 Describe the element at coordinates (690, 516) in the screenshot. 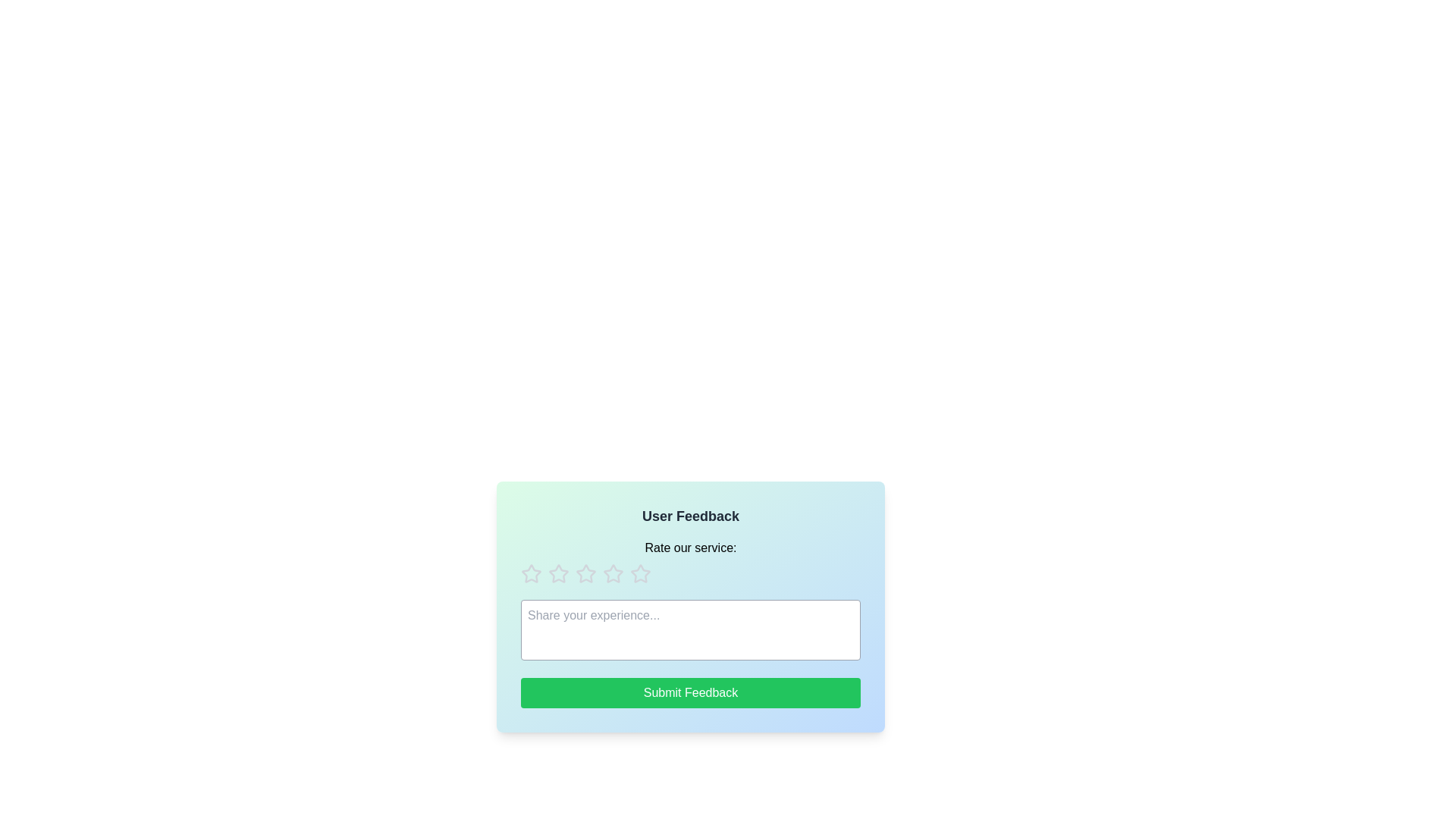

I see `the 'User Feedback' text label, which is a bold, large-sized label displayed at the top of a feedback card` at that location.